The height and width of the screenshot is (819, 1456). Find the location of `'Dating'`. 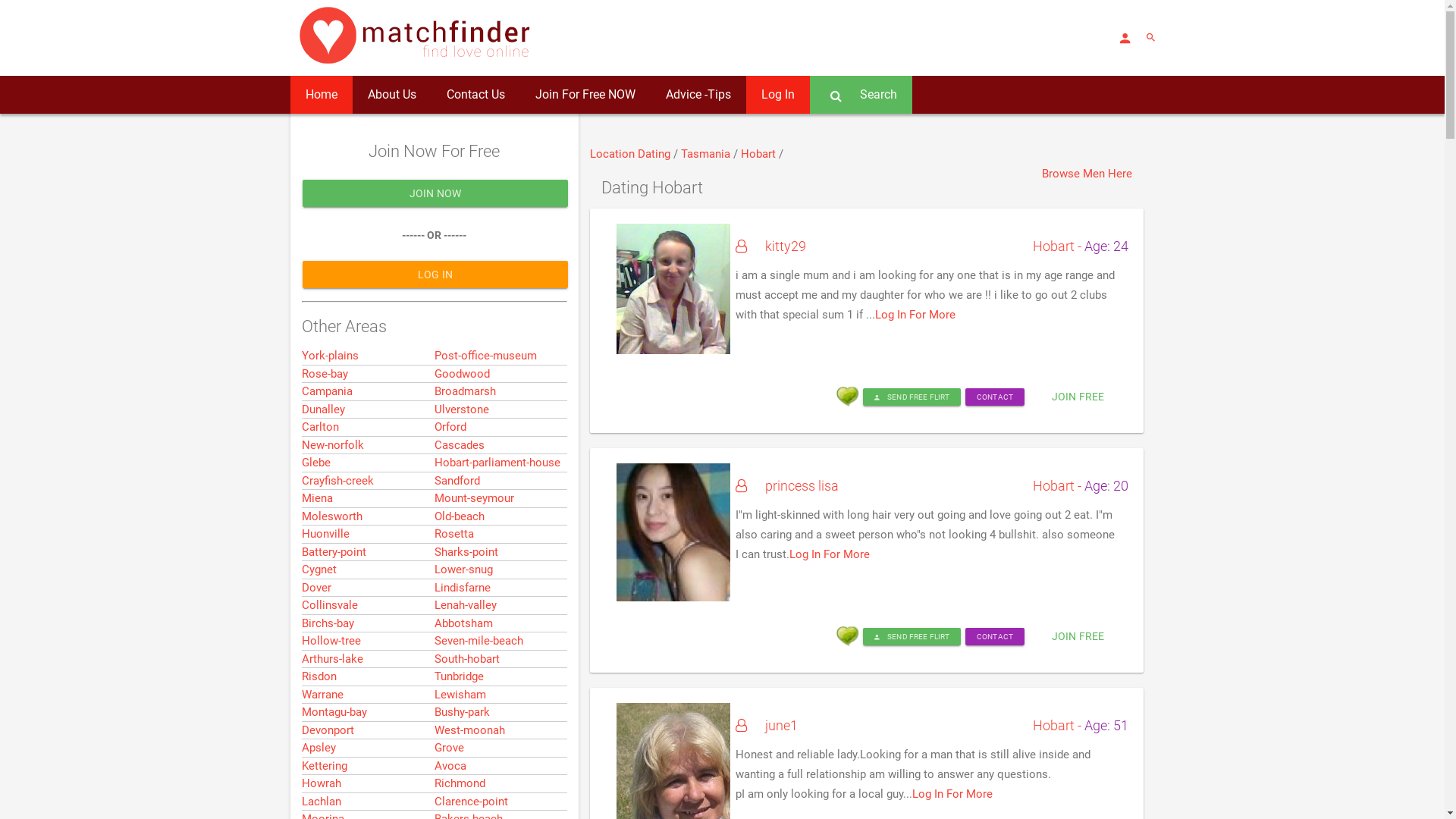

'Dating' is located at coordinates (637, 154).